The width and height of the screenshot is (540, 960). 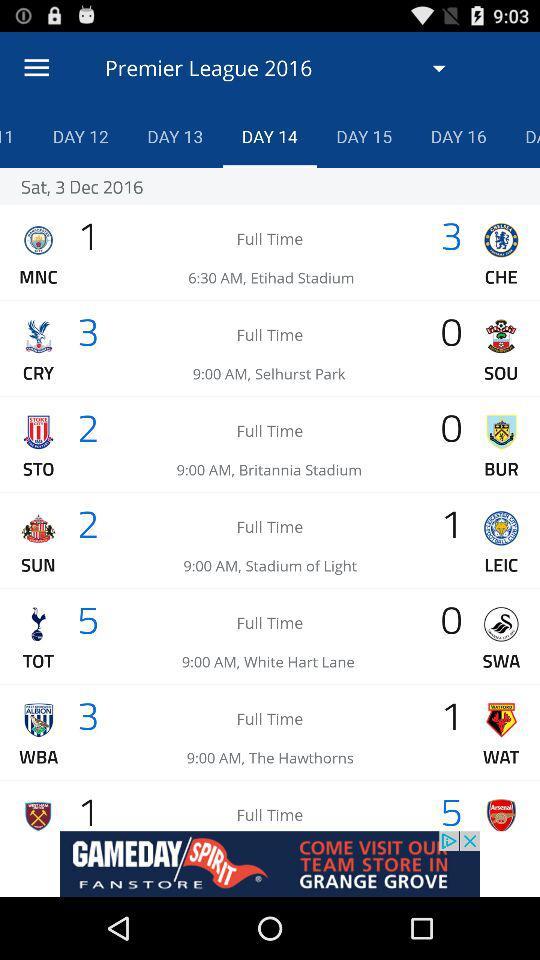 What do you see at coordinates (270, 863) in the screenshot?
I see `so the advertisement` at bounding box center [270, 863].